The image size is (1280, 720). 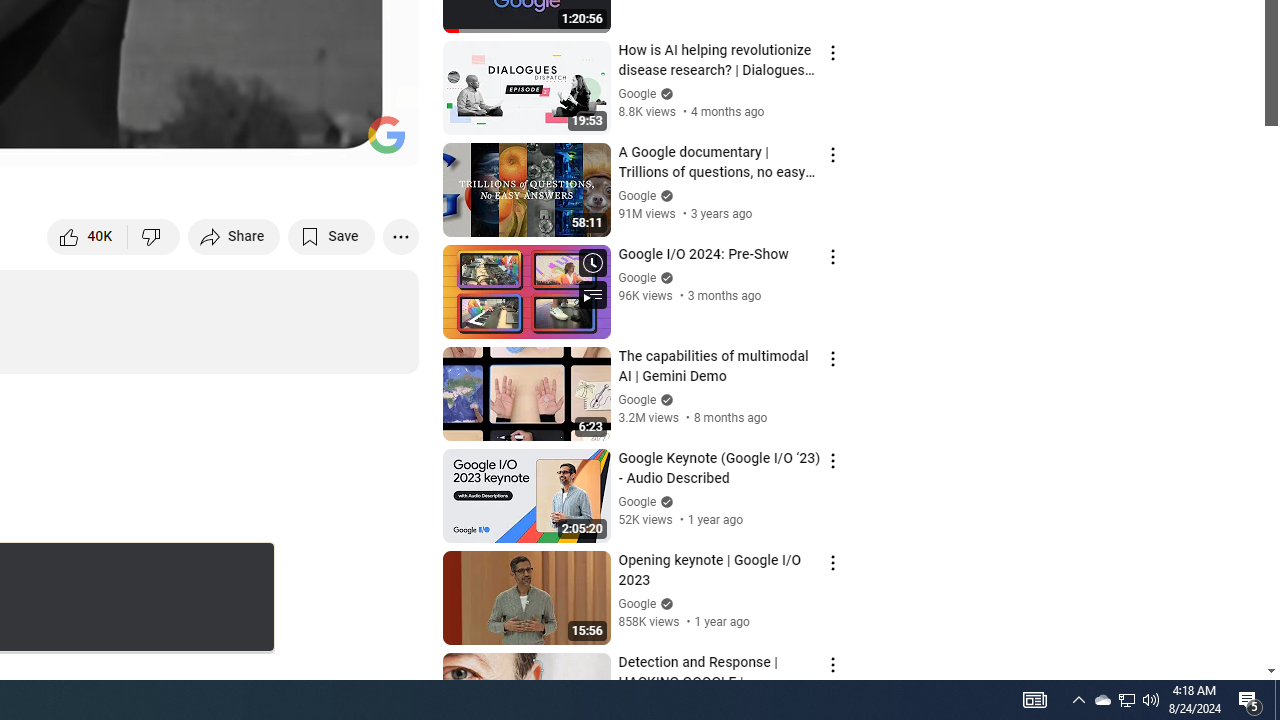 I want to click on 'Save to playlist', so click(x=331, y=235).